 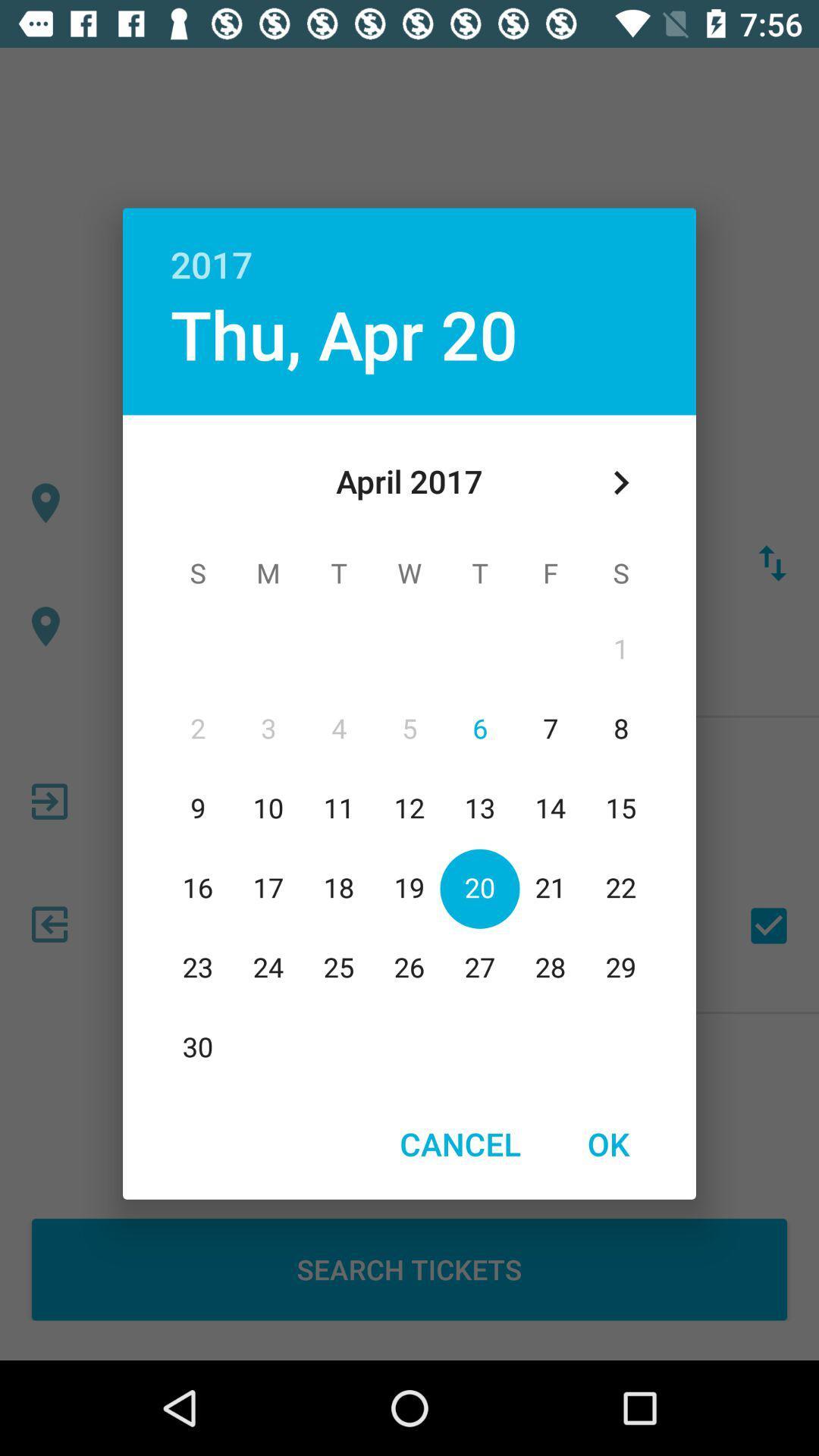 What do you see at coordinates (607, 1144) in the screenshot?
I see `icon to the right of cancel item` at bounding box center [607, 1144].